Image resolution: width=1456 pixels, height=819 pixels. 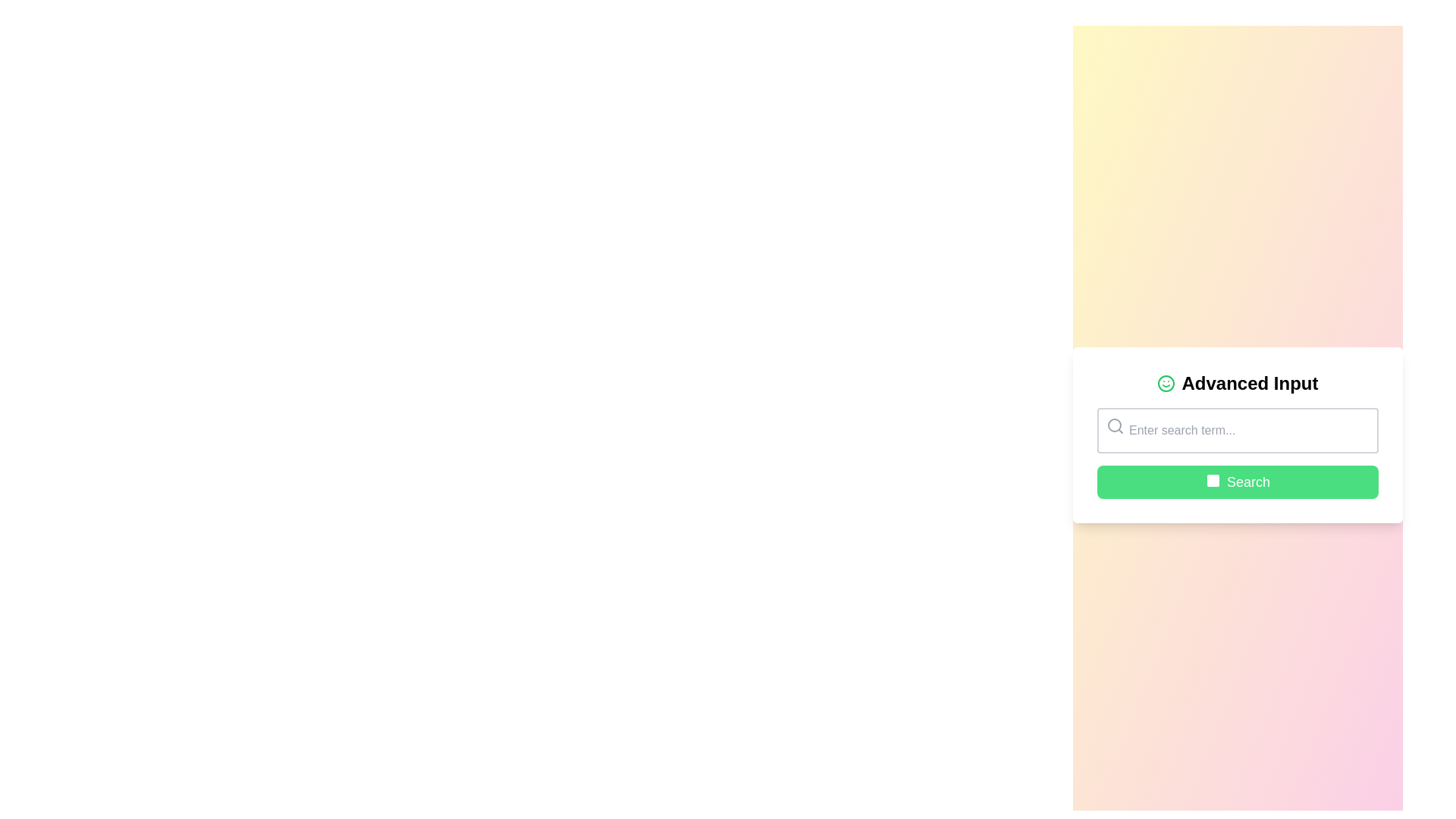 What do you see at coordinates (1212, 482) in the screenshot?
I see `the icon located to the left side of the green 'Search' button, which is vertically centered and closely aligned with the text 'Search'` at bounding box center [1212, 482].